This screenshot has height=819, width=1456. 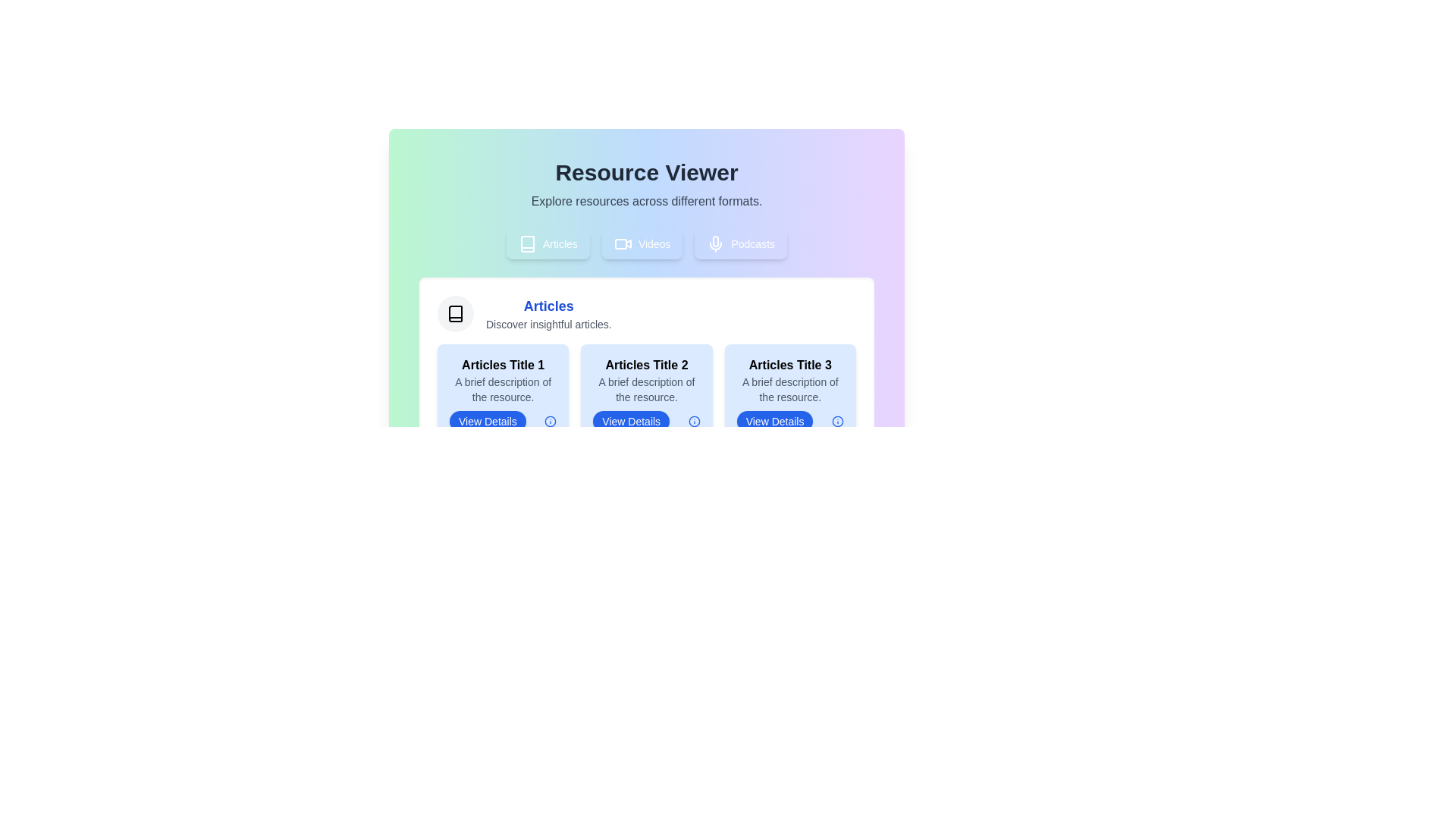 I want to click on titles and descriptions from the Text Label displaying 'Articles' and 'Discover insightful articles.' located near the upper-middle part of the interface, beneath a book icon, so click(x=548, y=312).